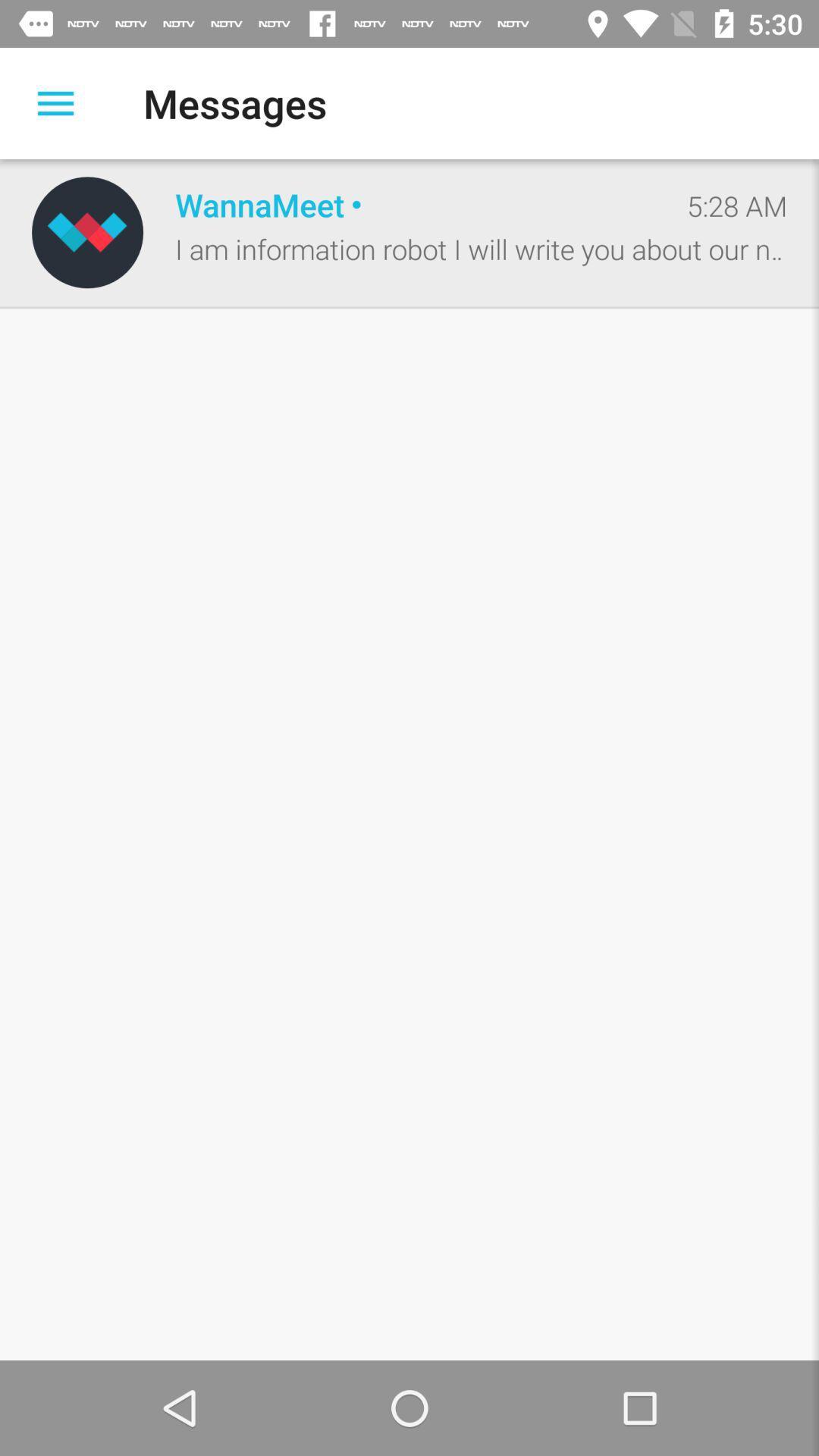  I want to click on the icon next to the 5:28 am icon, so click(415, 203).